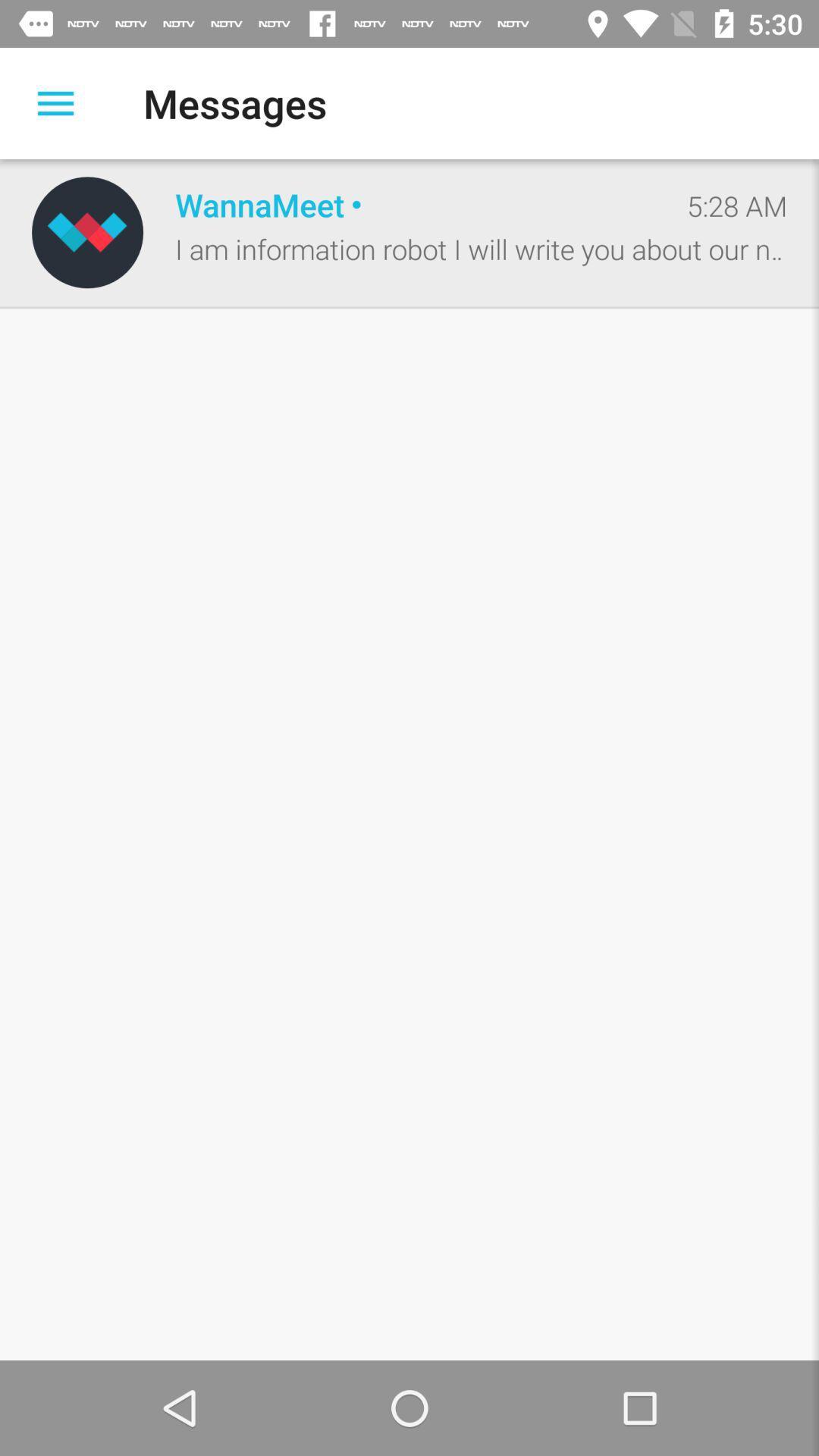  I want to click on the icon next to the 5:28 am icon, so click(415, 203).